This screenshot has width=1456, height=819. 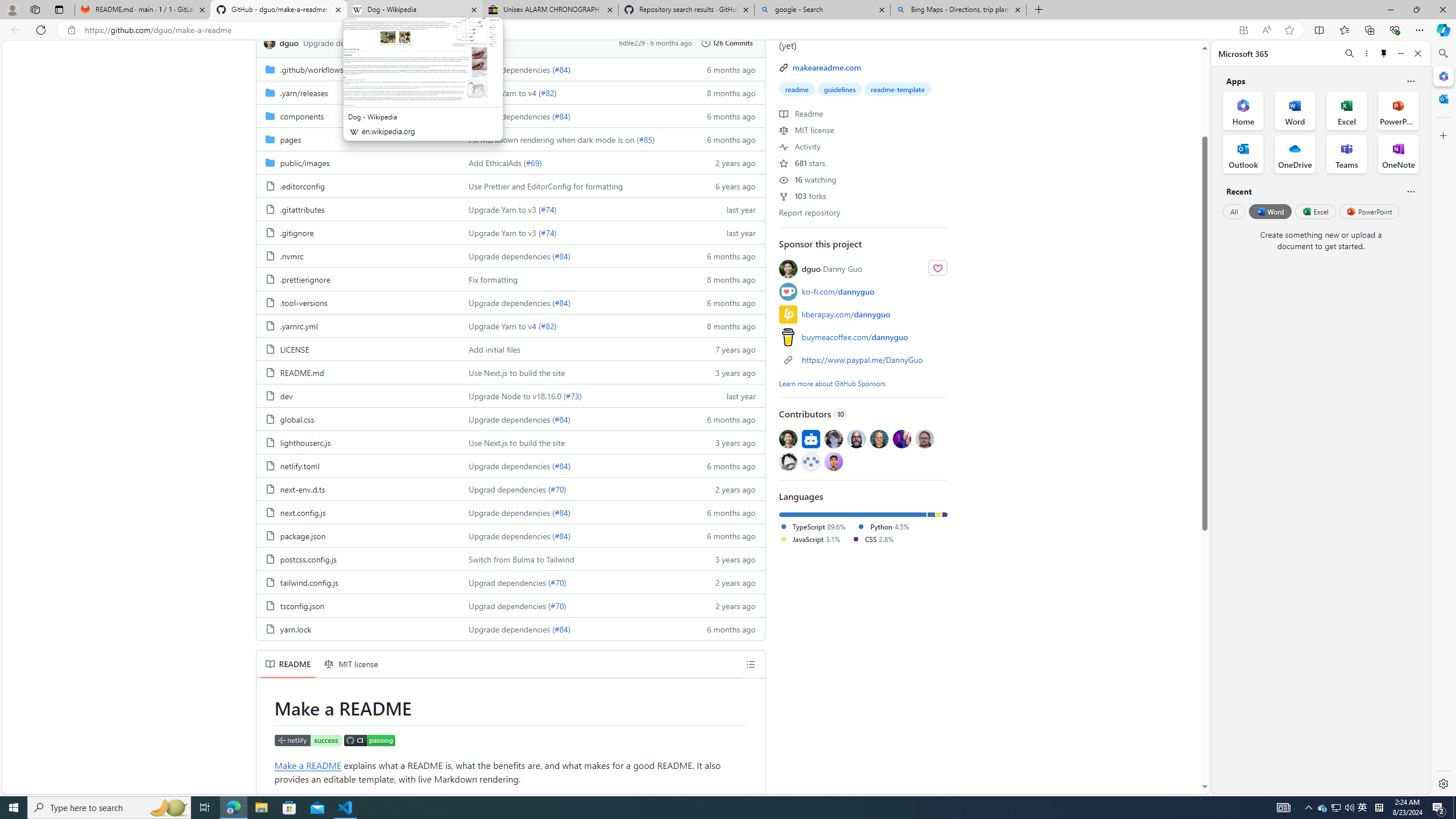 I want to click on 'lighthouserc.js, (File)', so click(x=357, y=442).